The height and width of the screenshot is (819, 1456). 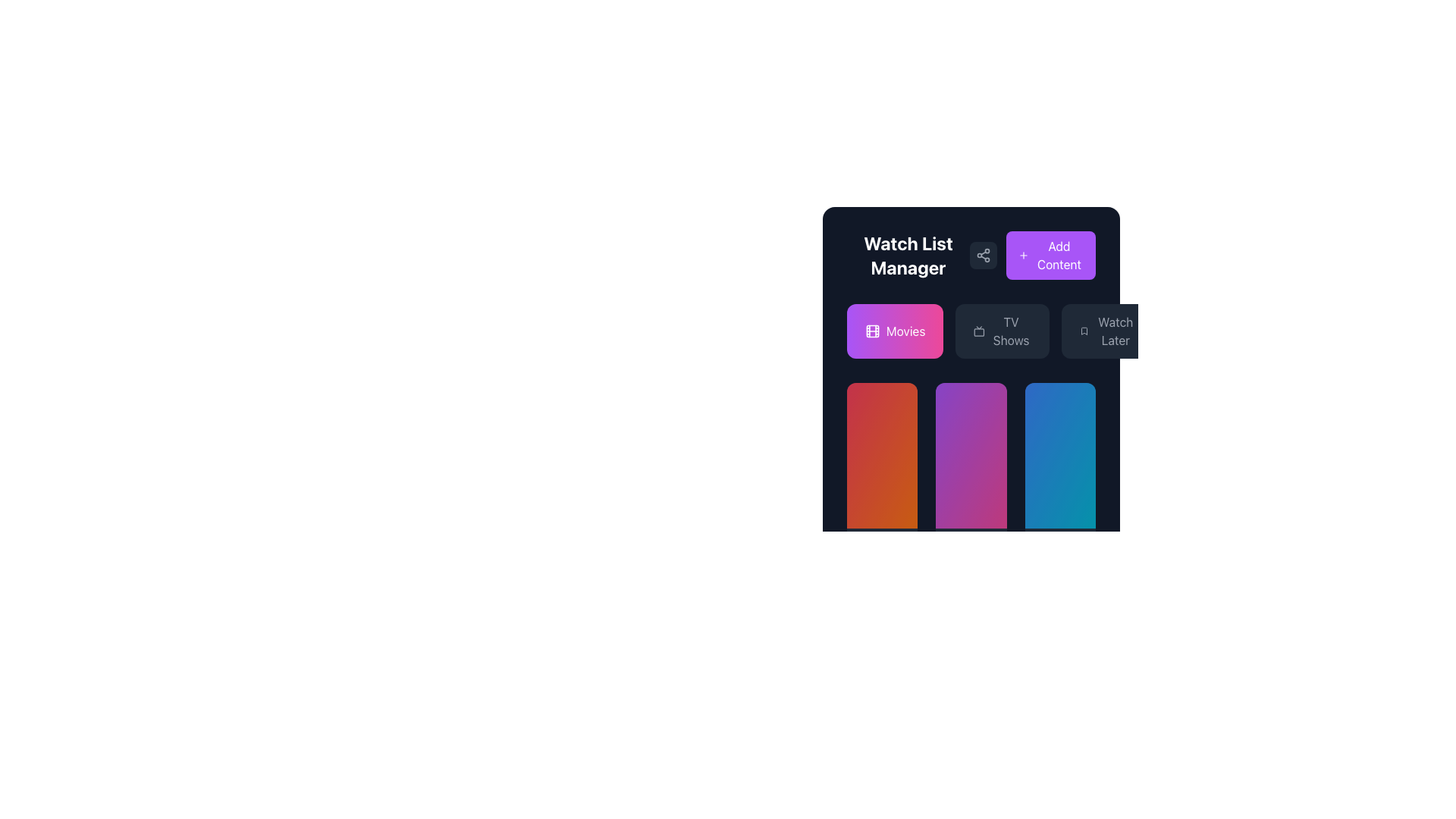 What do you see at coordinates (895, 330) in the screenshot?
I see `the first navigational button labeled 'Movies' which has a white film reel icon on the left and a gradient background transitioning from purple to pink` at bounding box center [895, 330].